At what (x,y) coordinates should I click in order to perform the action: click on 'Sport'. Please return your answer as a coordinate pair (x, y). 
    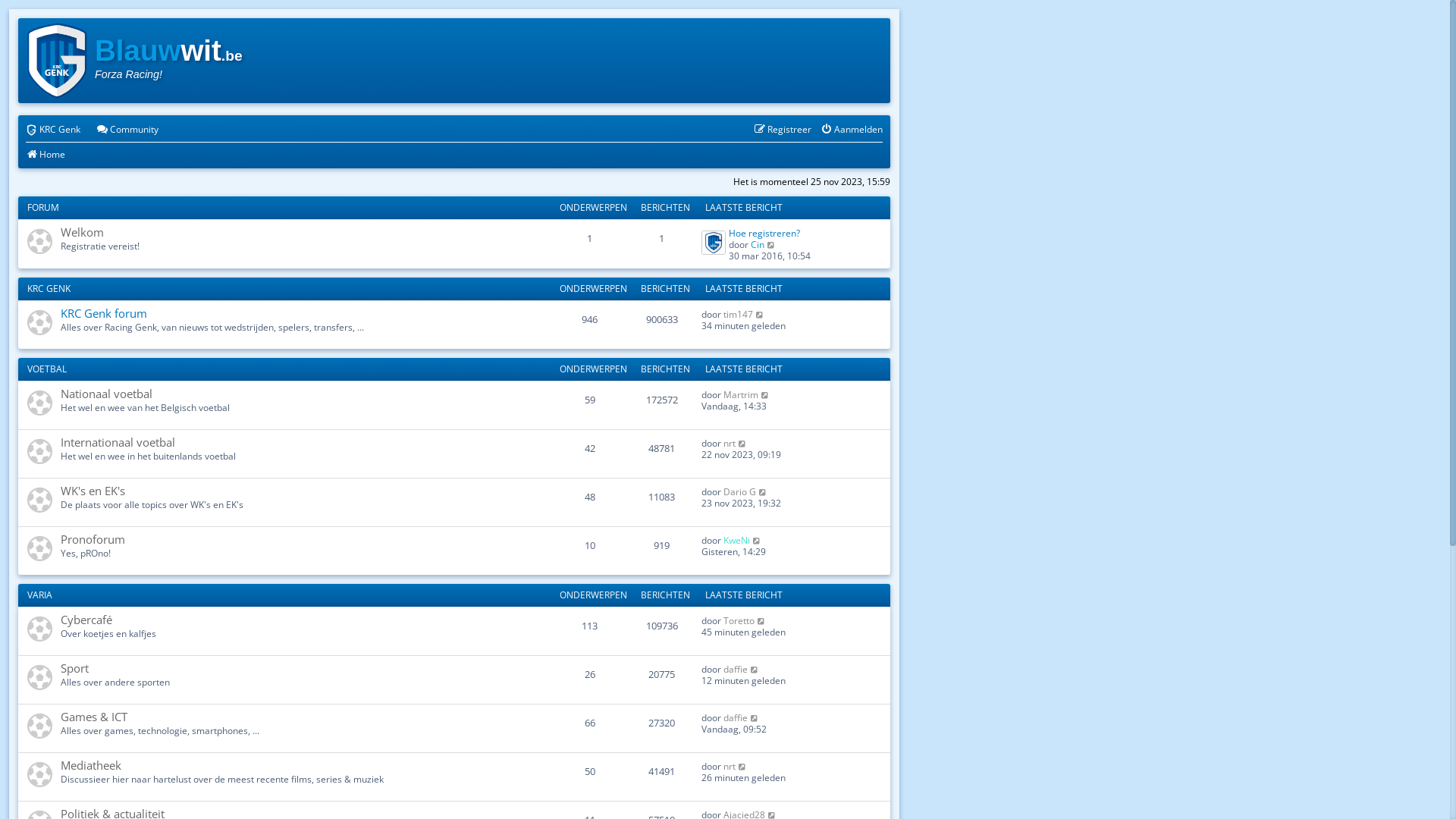
    Looking at the image, I should click on (61, 667).